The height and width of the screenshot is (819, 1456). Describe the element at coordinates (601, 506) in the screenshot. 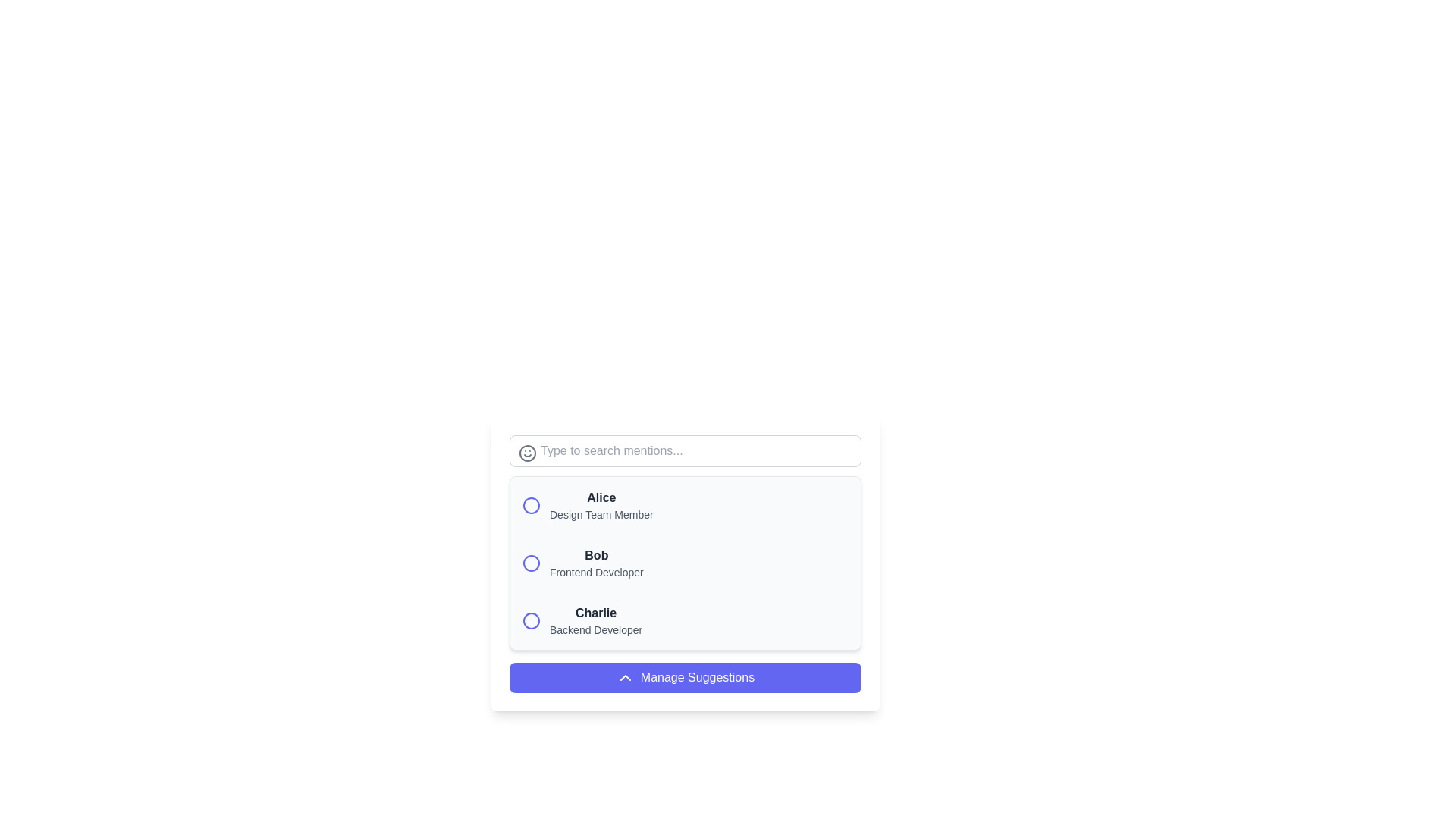

I see `the text display component that prominently features the name 'Alice' in bold and dark font, located above the entries for 'Bob' and 'Charlie'` at that location.